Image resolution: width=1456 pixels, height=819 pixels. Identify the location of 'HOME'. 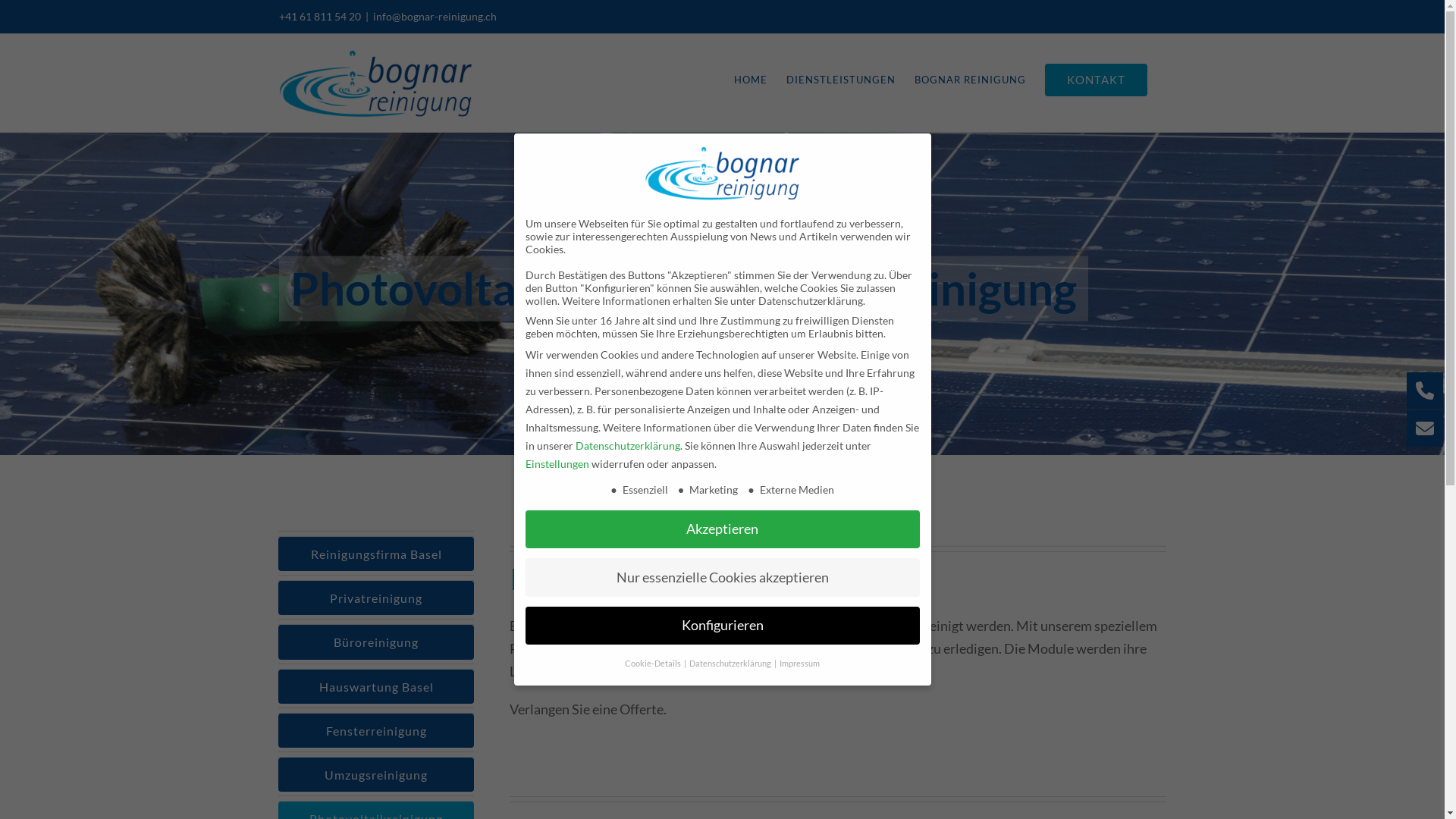
(750, 79).